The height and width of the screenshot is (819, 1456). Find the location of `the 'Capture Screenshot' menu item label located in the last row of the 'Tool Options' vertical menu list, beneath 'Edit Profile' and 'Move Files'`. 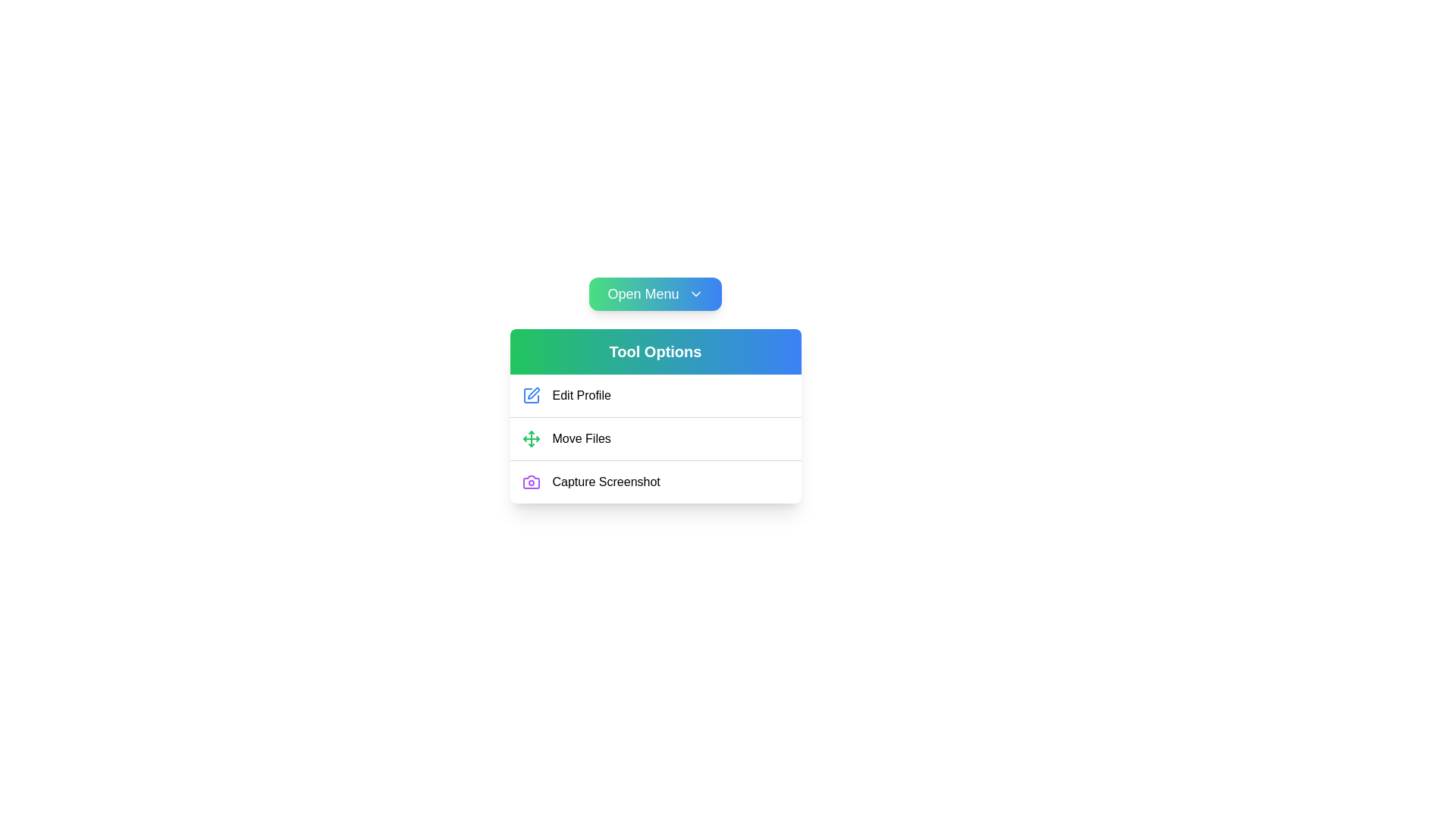

the 'Capture Screenshot' menu item label located in the last row of the 'Tool Options' vertical menu list, beneath 'Edit Profile' and 'Move Files' is located at coordinates (605, 482).